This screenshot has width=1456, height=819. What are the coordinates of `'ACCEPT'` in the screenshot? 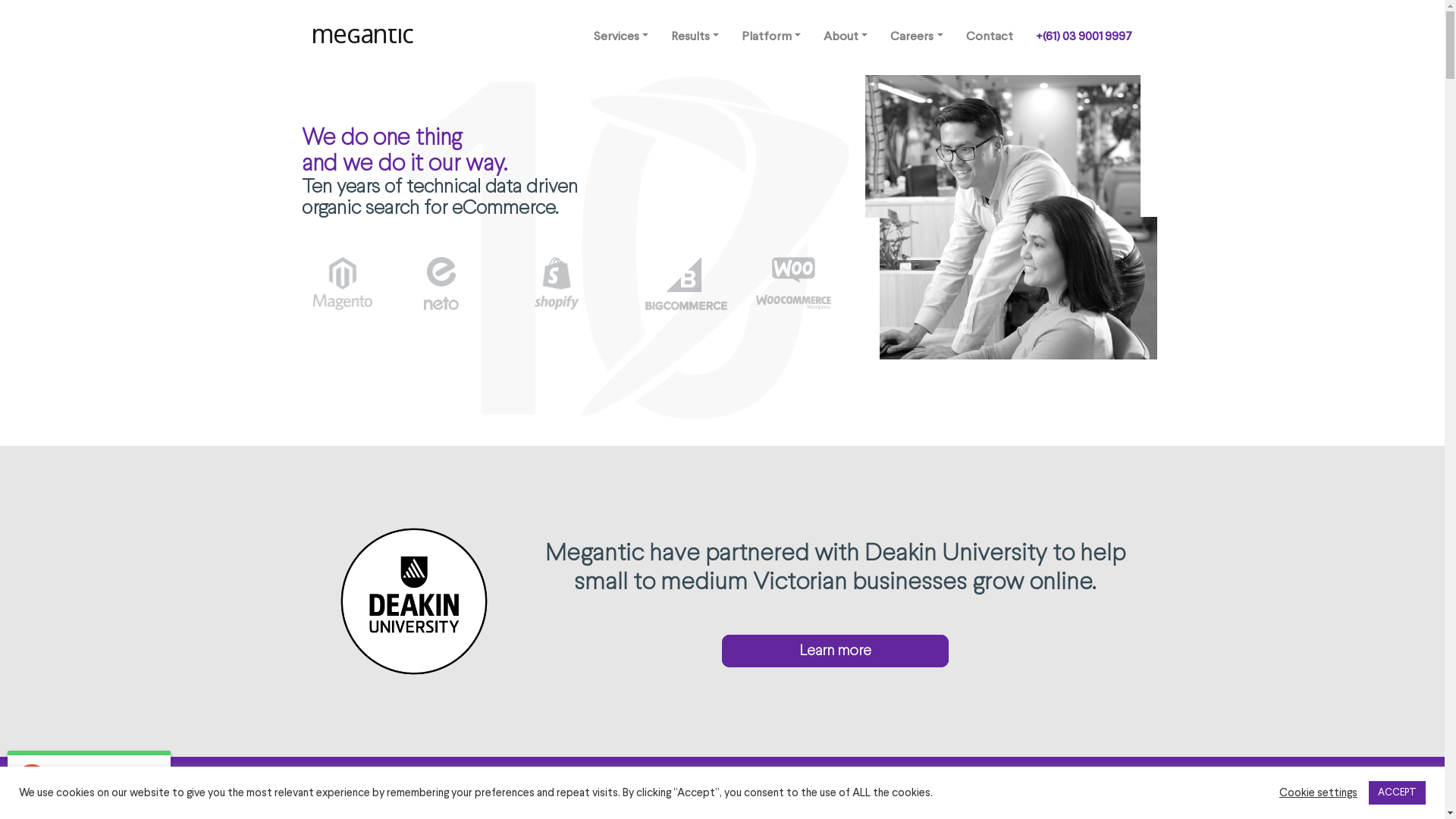 It's located at (1396, 792).